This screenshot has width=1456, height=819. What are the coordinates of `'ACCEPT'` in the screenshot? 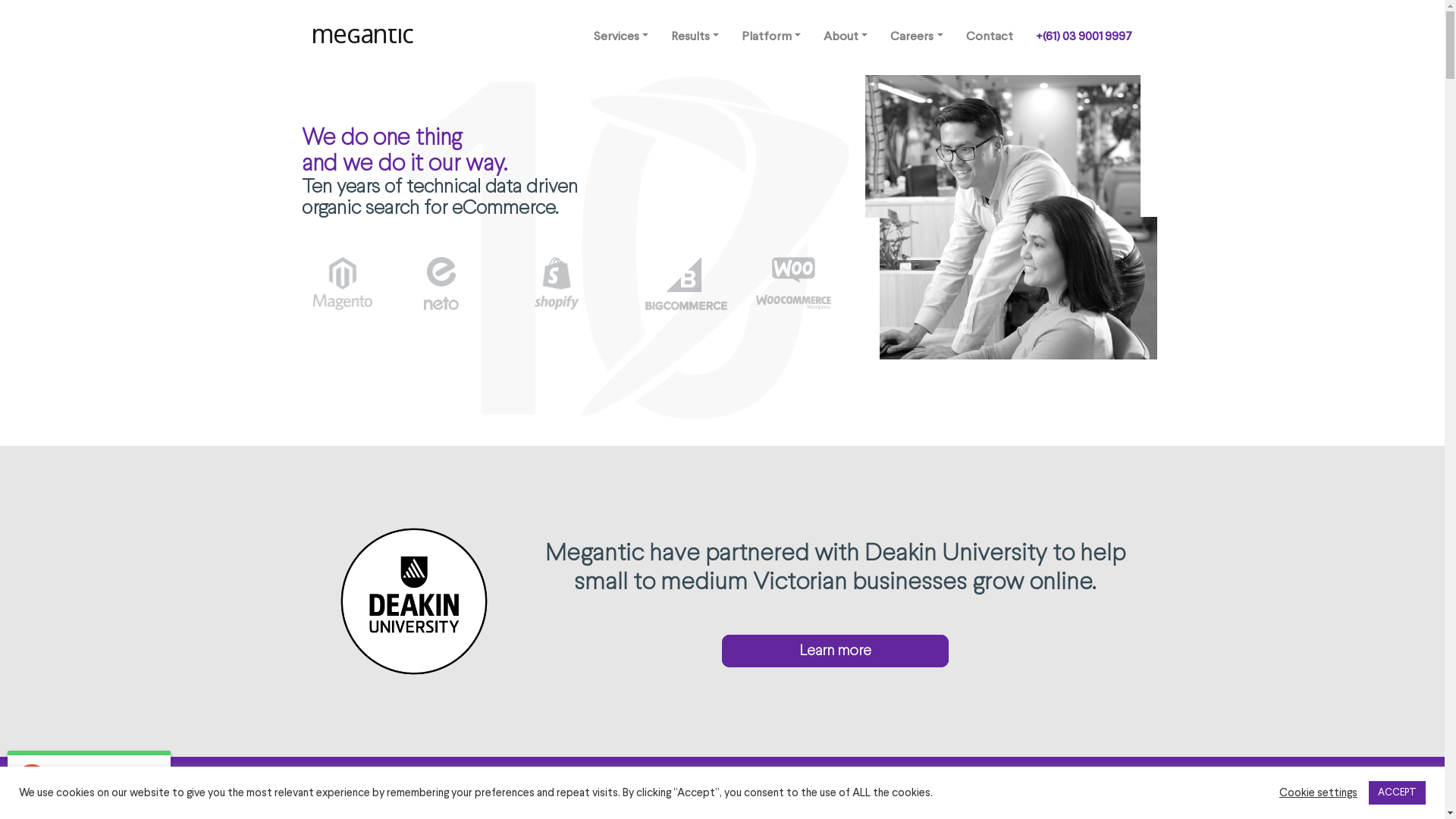 It's located at (1396, 792).